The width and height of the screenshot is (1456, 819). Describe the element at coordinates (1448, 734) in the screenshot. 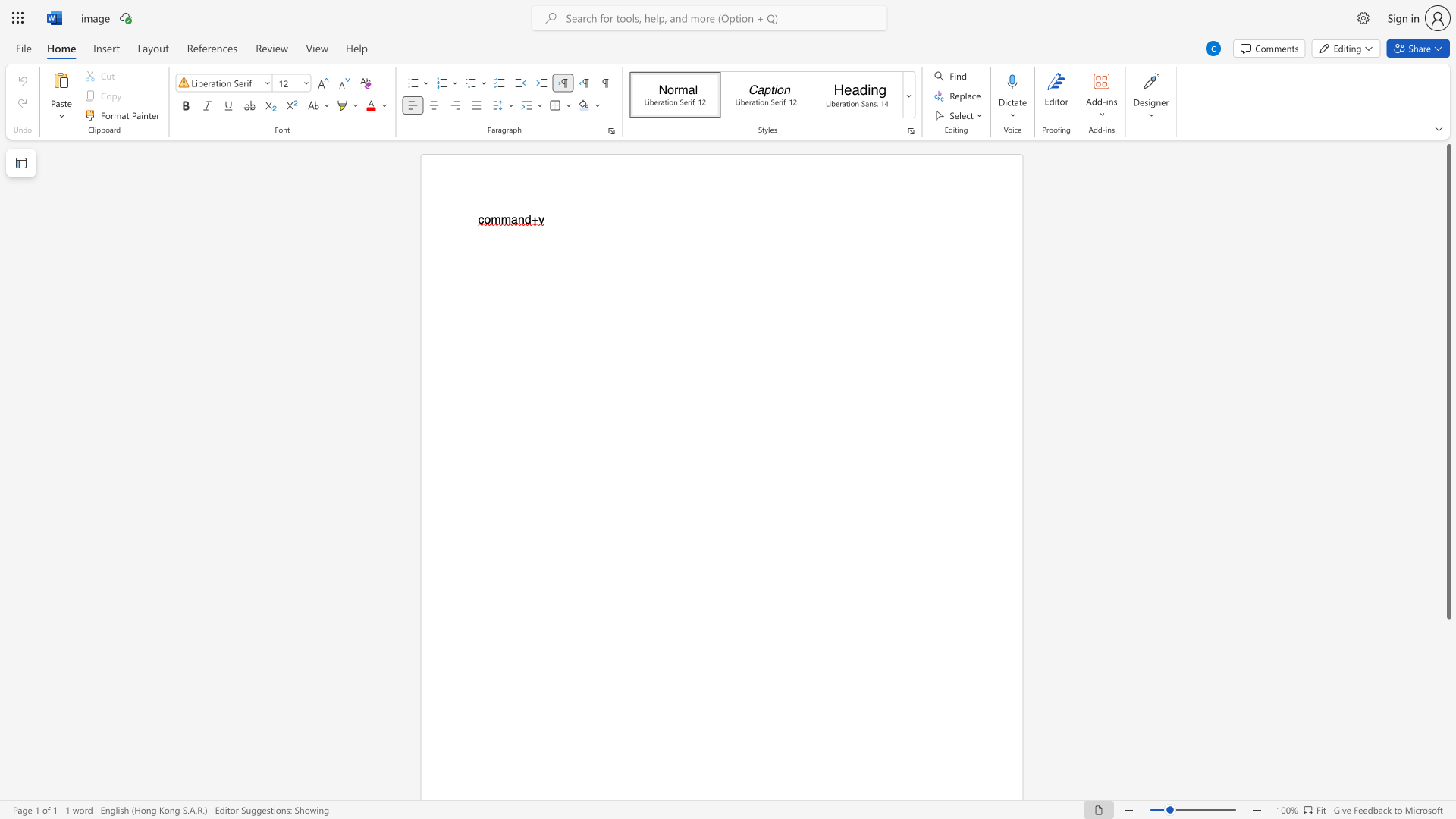

I see `the vertical scrollbar to lower the page content` at that location.